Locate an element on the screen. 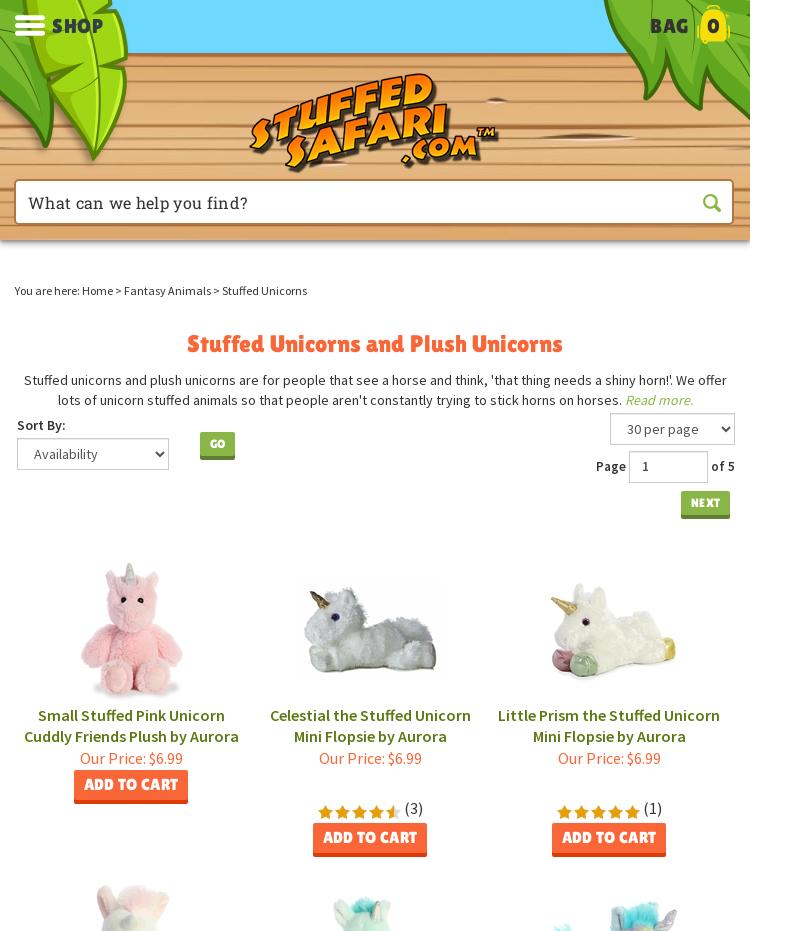 The height and width of the screenshot is (931, 803). 'Small Stuffed Pink Unicorn Cuddly Friends Plush by Aurora' is located at coordinates (22, 723).